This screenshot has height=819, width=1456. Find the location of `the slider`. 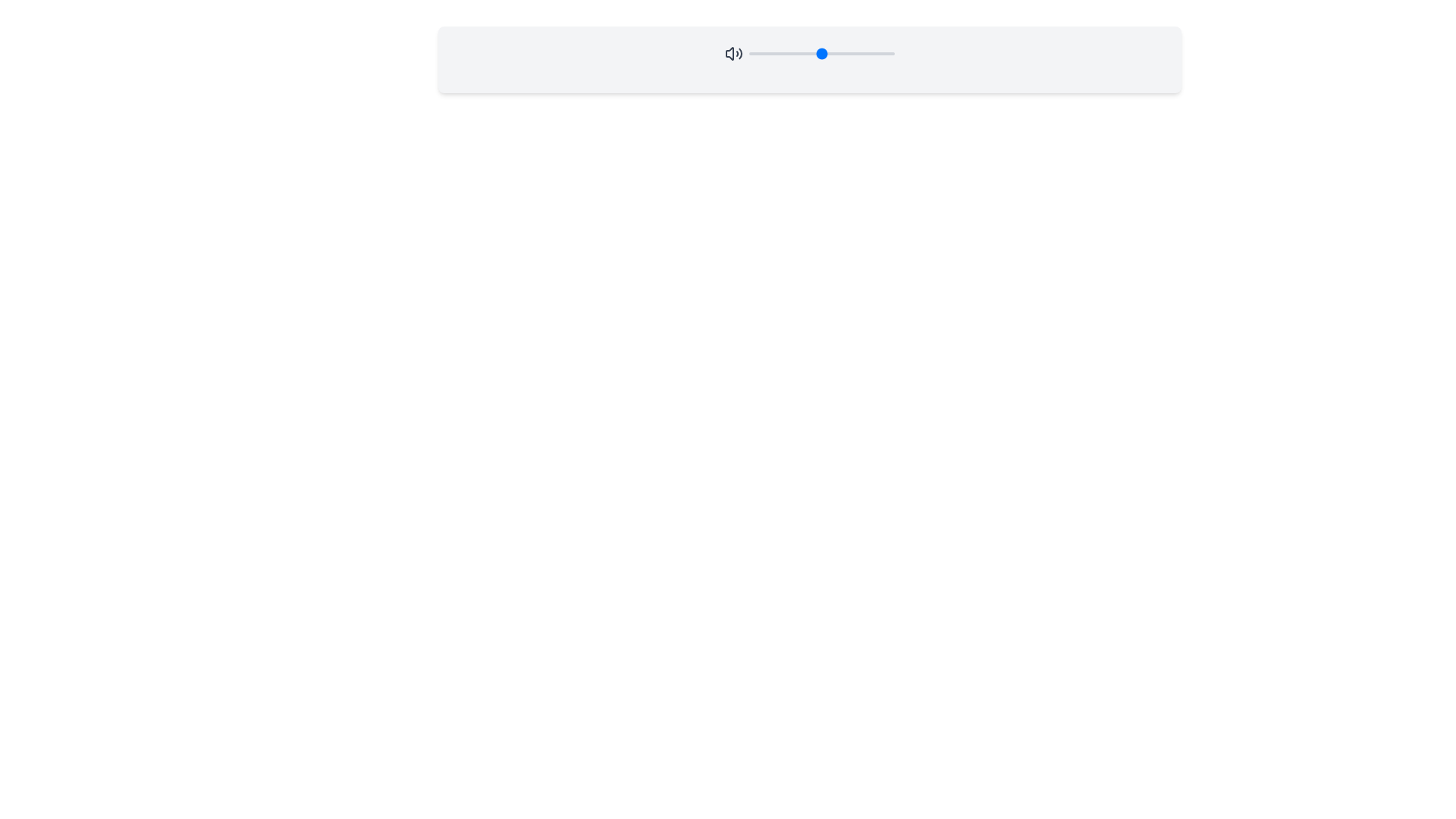

the slider is located at coordinates (767, 52).